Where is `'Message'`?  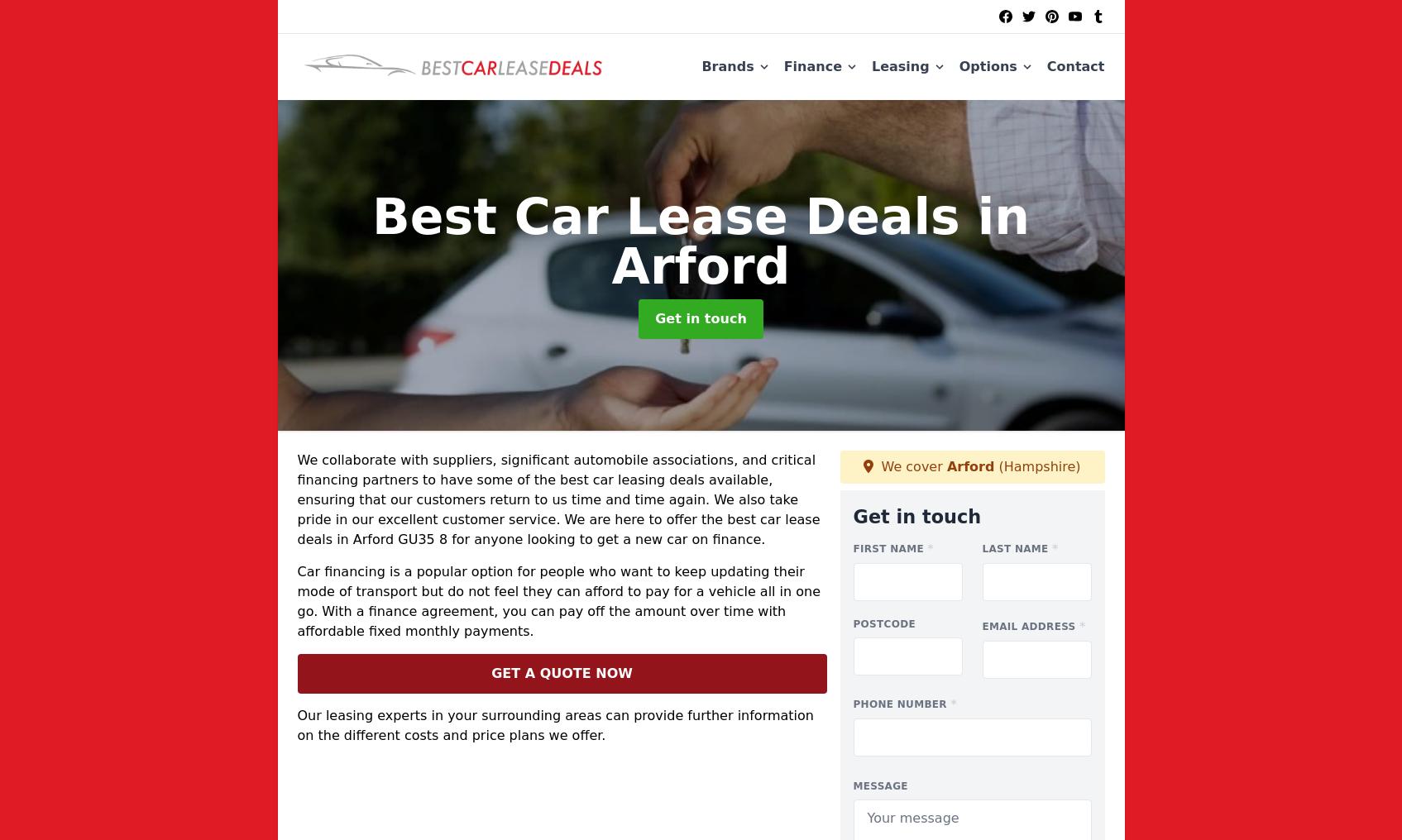 'Message' is located at coordinates (879, 784).